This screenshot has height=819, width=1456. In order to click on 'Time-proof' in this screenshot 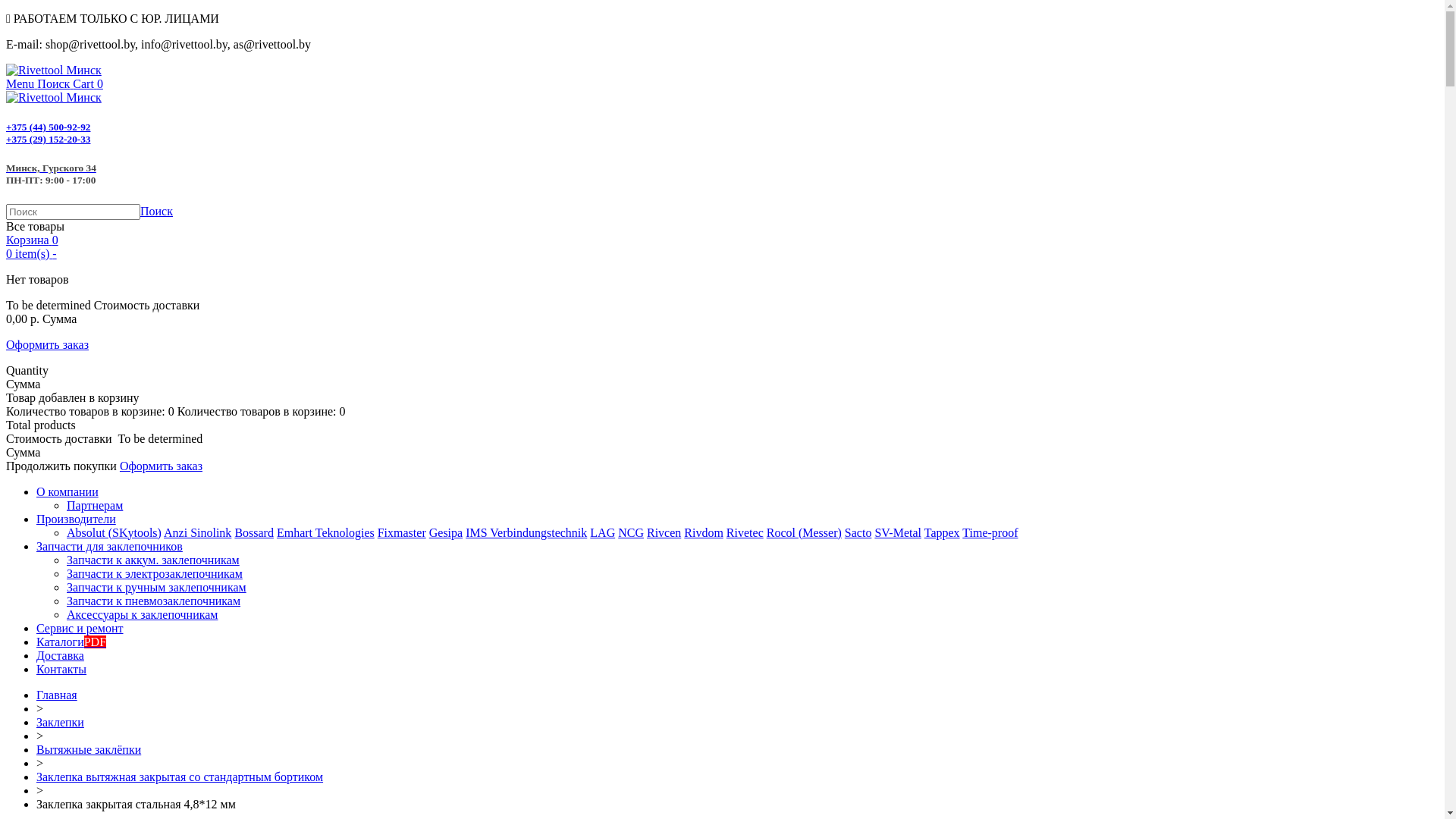, I will do `click(990, 532)`.